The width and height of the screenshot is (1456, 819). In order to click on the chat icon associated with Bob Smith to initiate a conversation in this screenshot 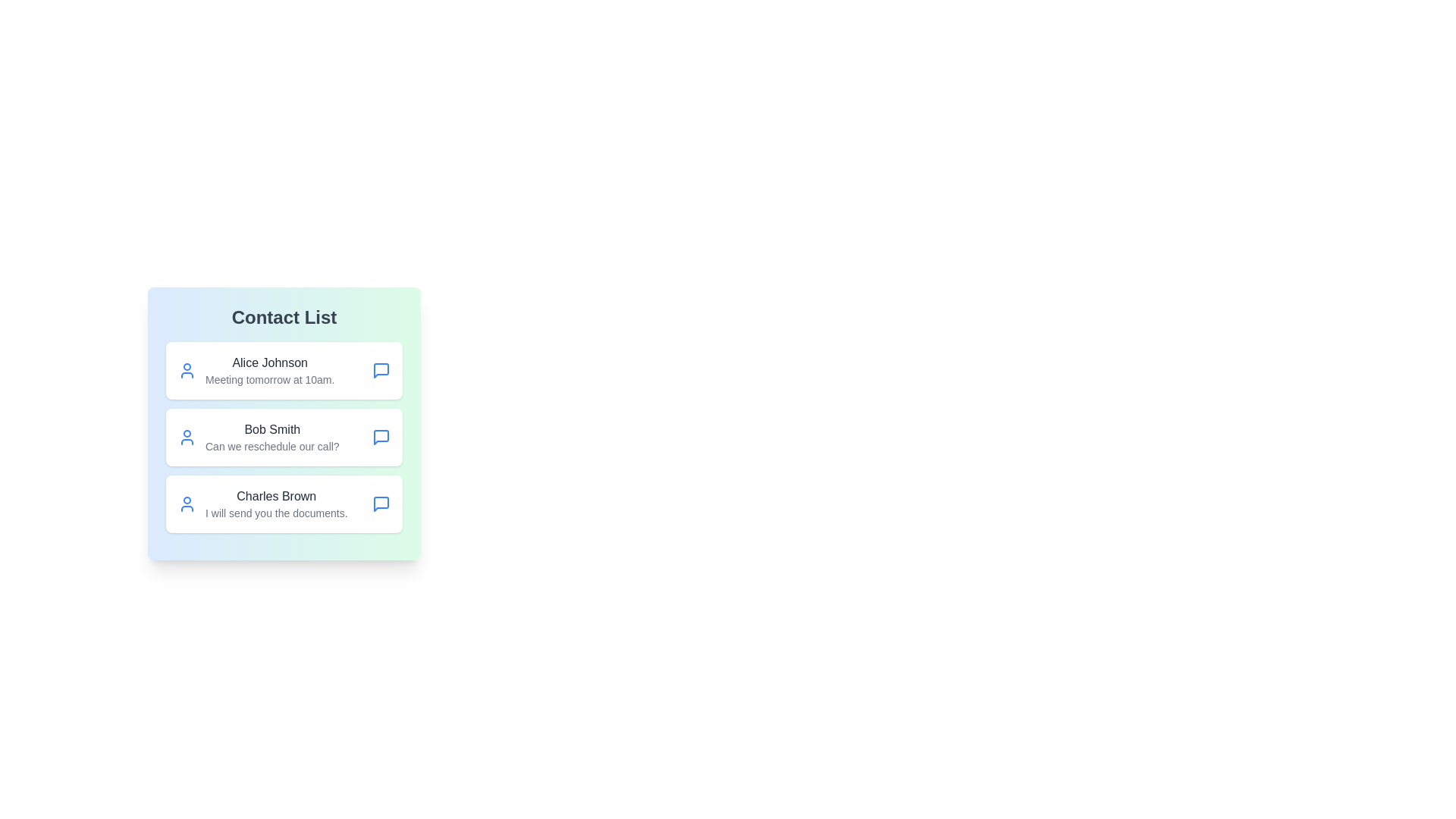, I will do `click(381, 438)`.